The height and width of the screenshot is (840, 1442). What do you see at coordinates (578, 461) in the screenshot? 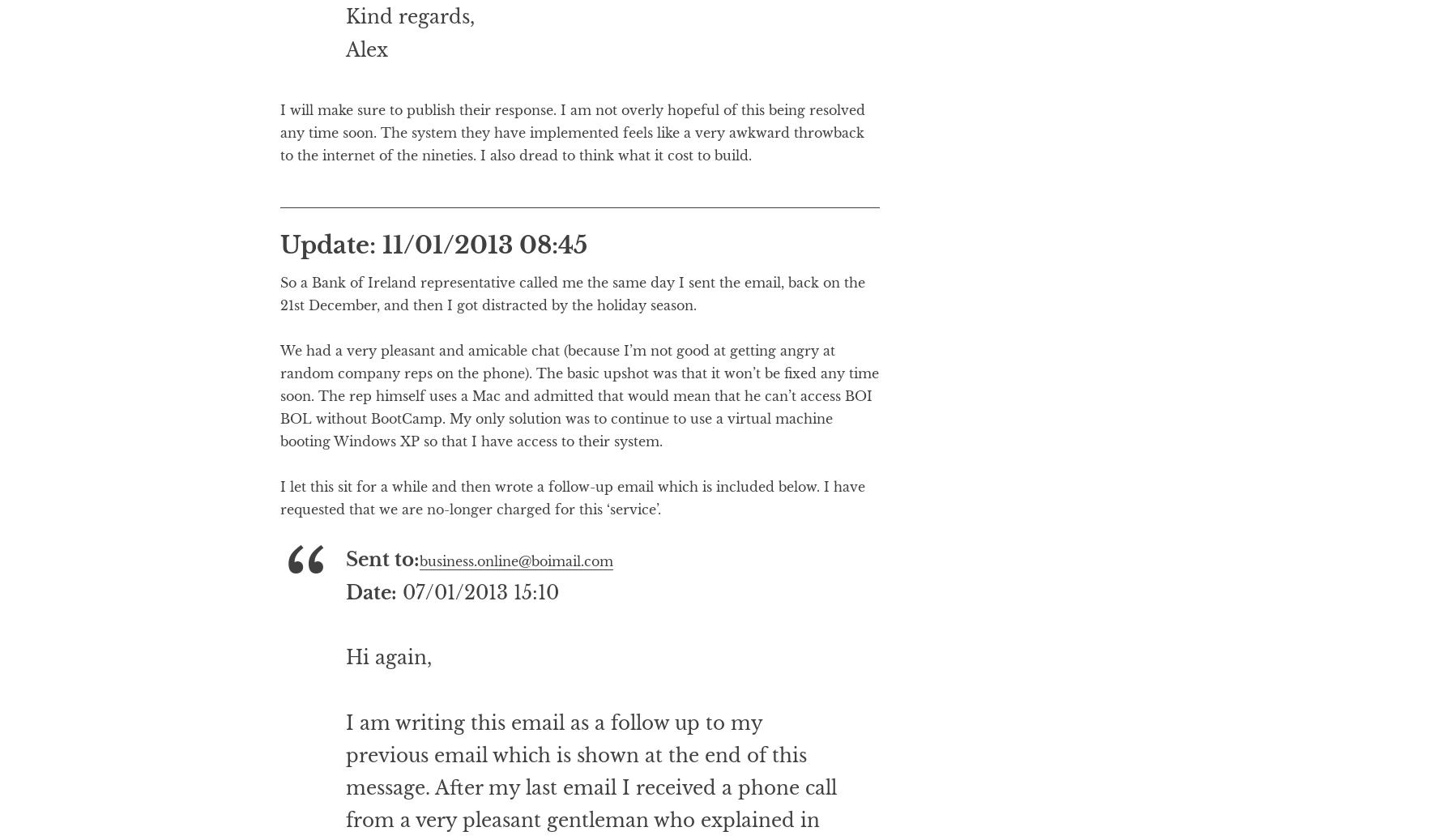
I see `'We had a very pleasant and amicable chat (because I’m not good at getting angry at random company reps on the phone). The basic upshot was that it won’t be fixed any time soon. The rep himself uses a Mac and admitted that would mean that he can’t access BOI BOL without BootCamp. My only solution was to continue to use a virtual machine booting Windows XP so that I have access to their system.'` at bounding box center [578, 461].